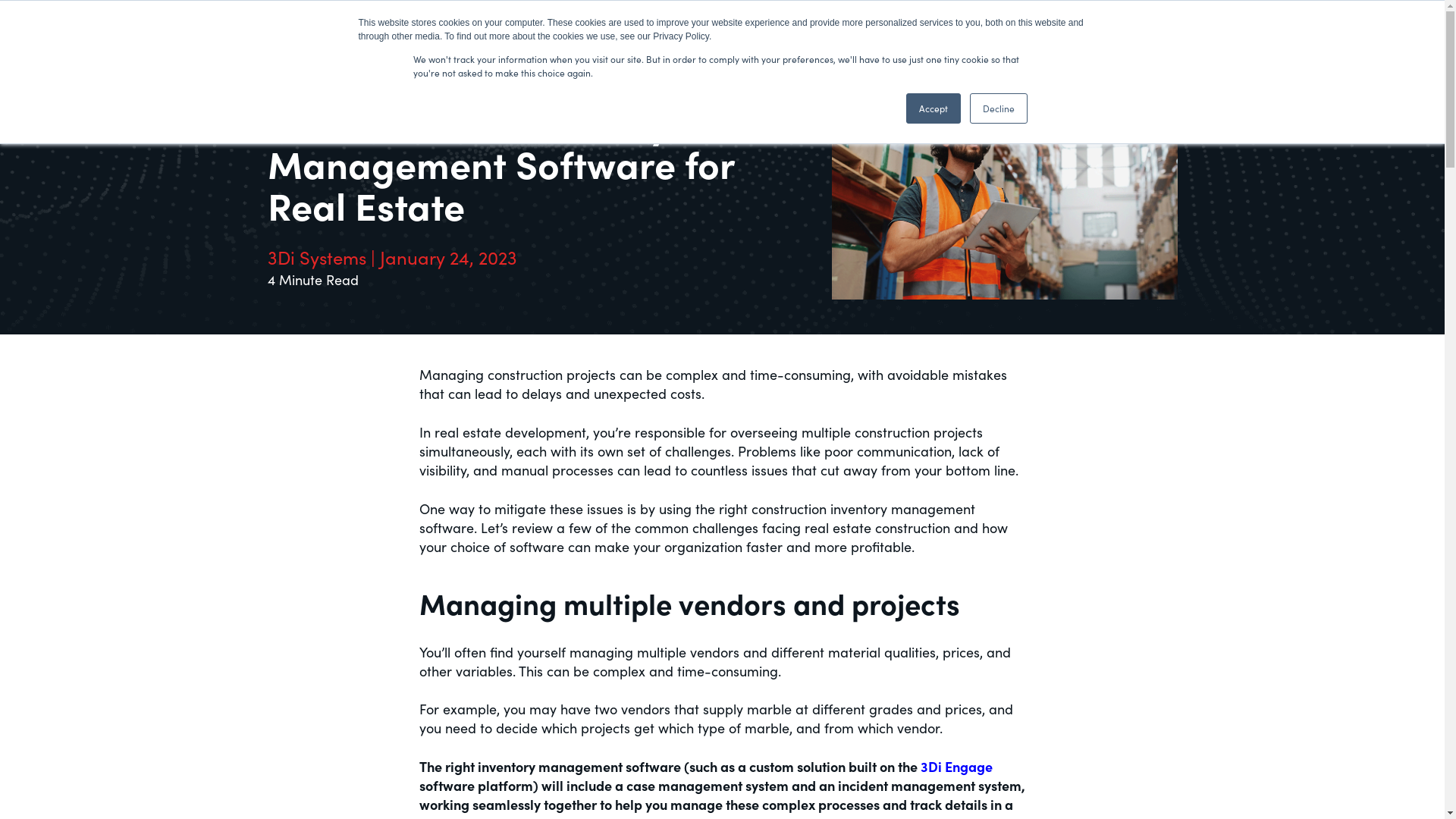 This screenshot has width=1456, height=819. What do you see at coordinates (955, 766) in the screenshot?
I see `'3Di Engage'` at bounding box center [955, 766].